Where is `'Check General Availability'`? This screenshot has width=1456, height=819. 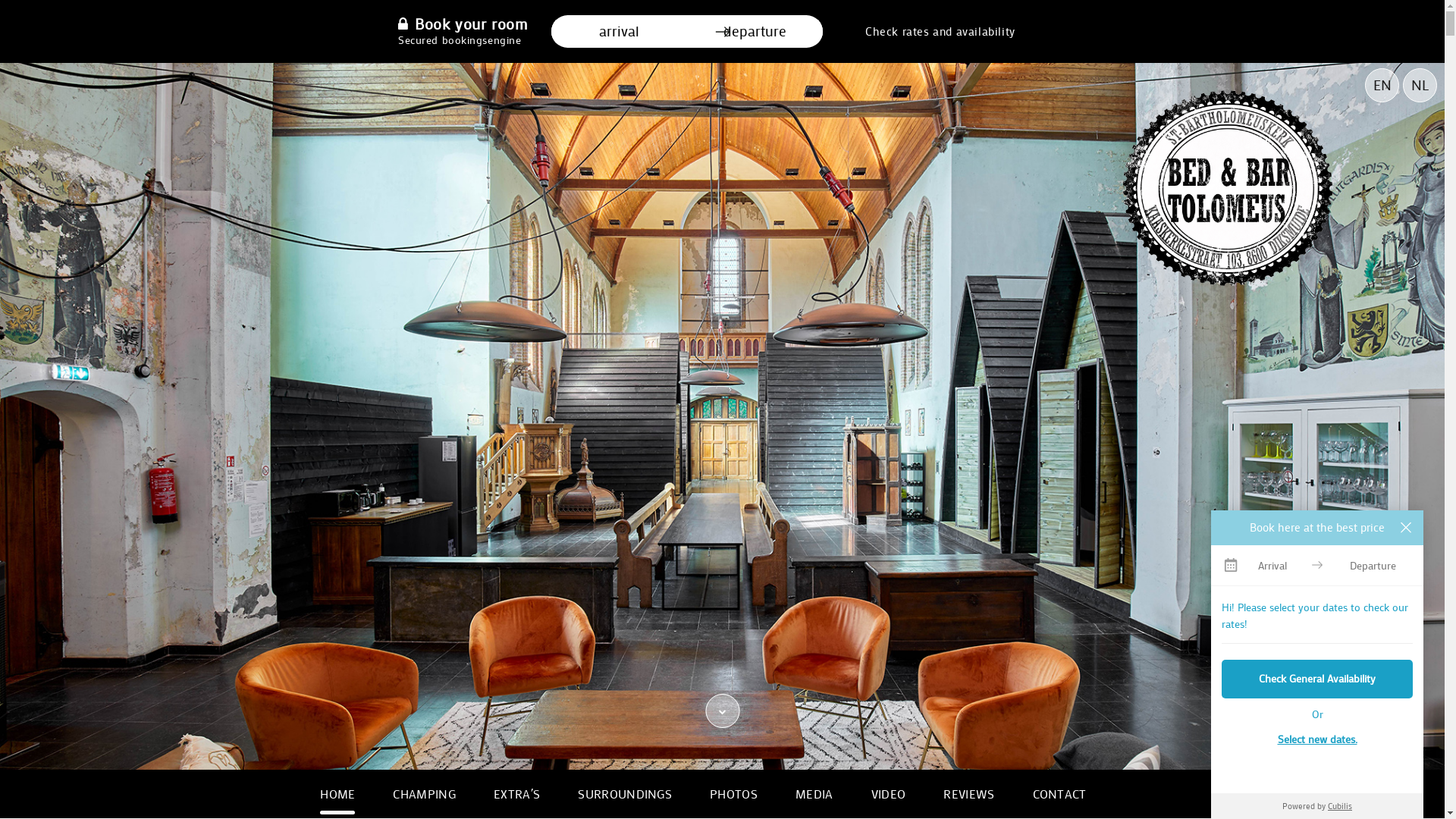
'Check General Availability' is located at coordinates (1316, 677).